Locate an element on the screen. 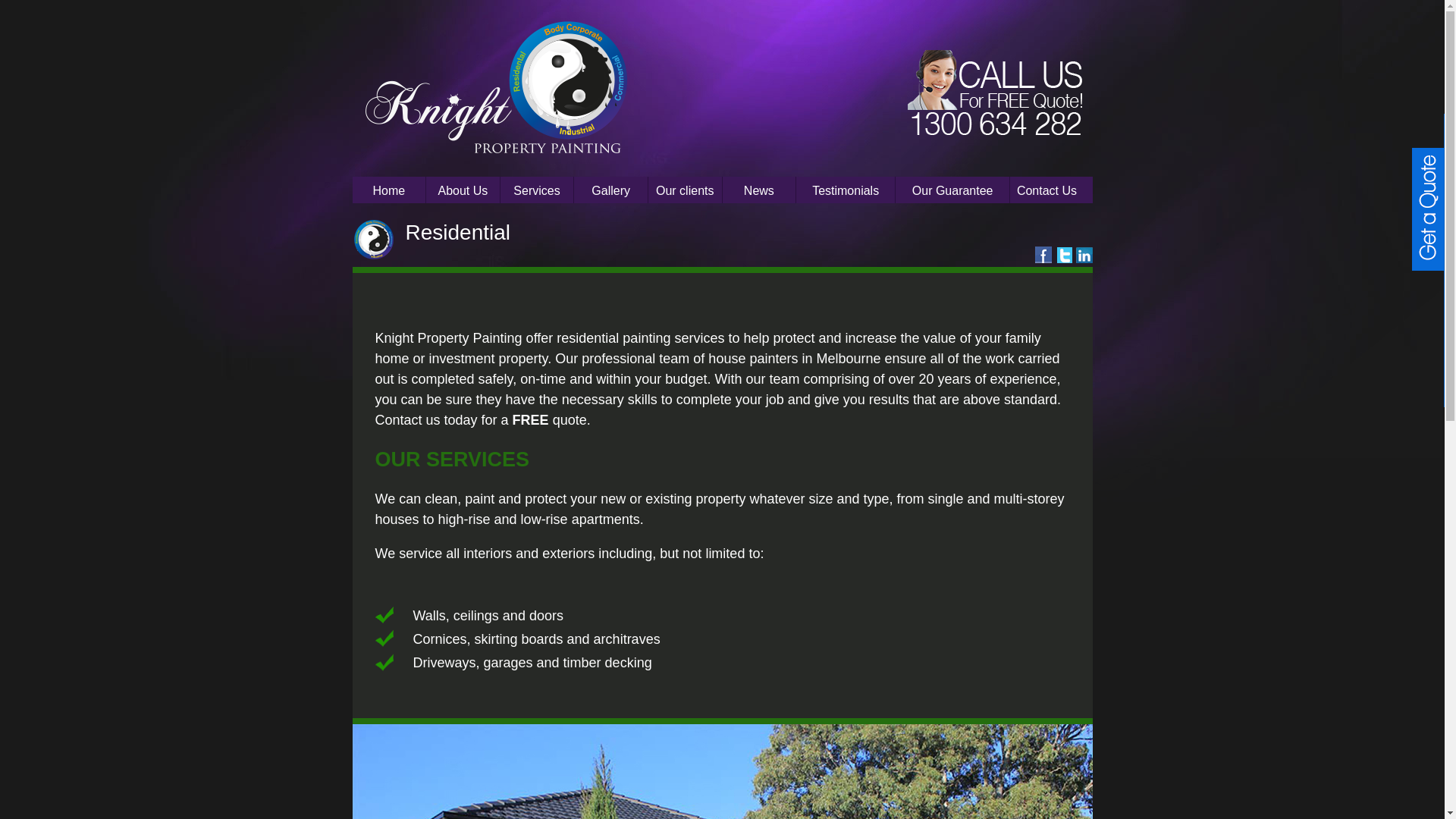  'Home' is located at coordinates (351, 190).